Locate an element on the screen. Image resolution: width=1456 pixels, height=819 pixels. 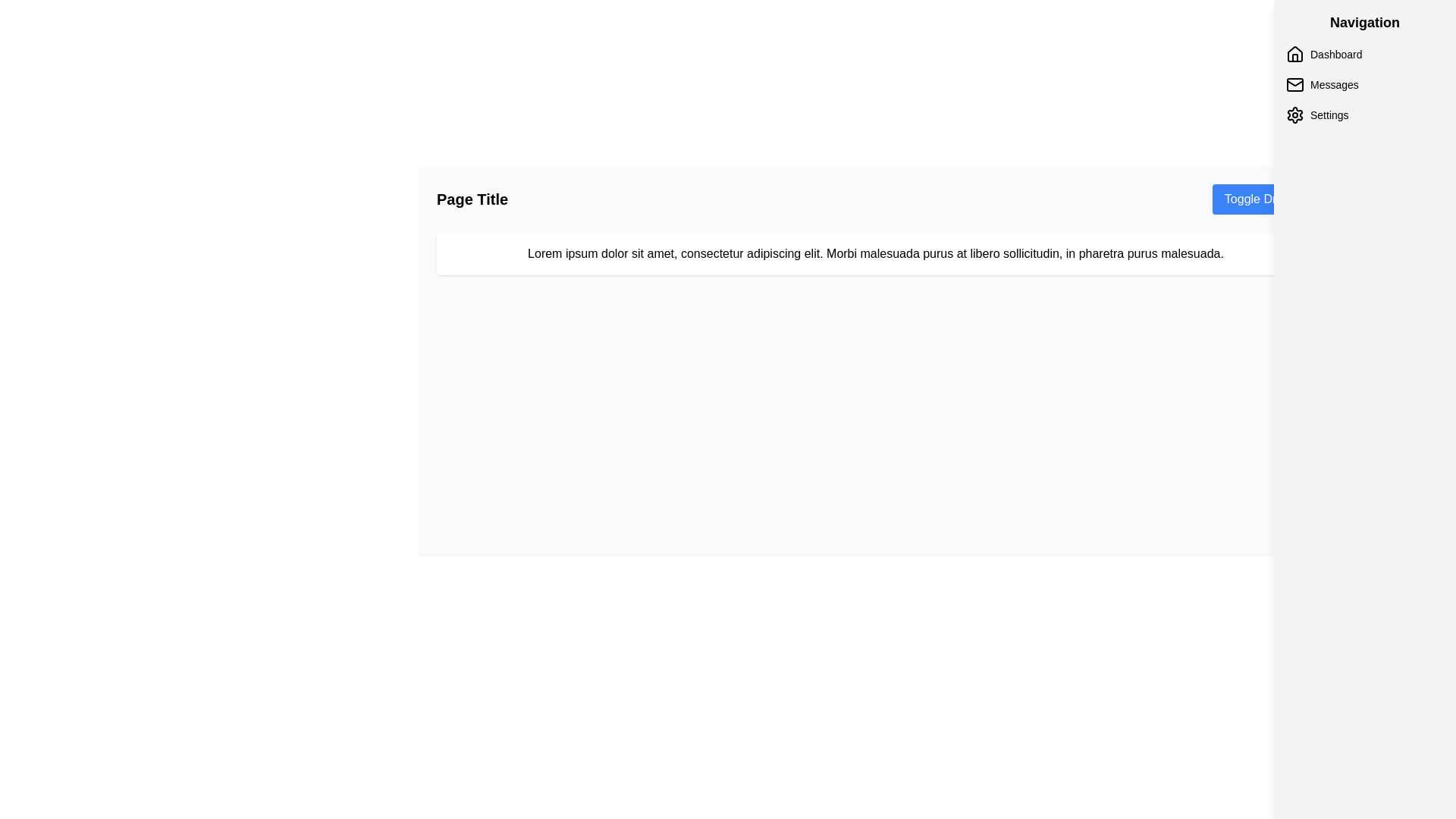
the gear-like icon symbolizing settings, which is positioned within the navigation panel to the left of the 'Settings' text label is located at coordinates (1294, 114).